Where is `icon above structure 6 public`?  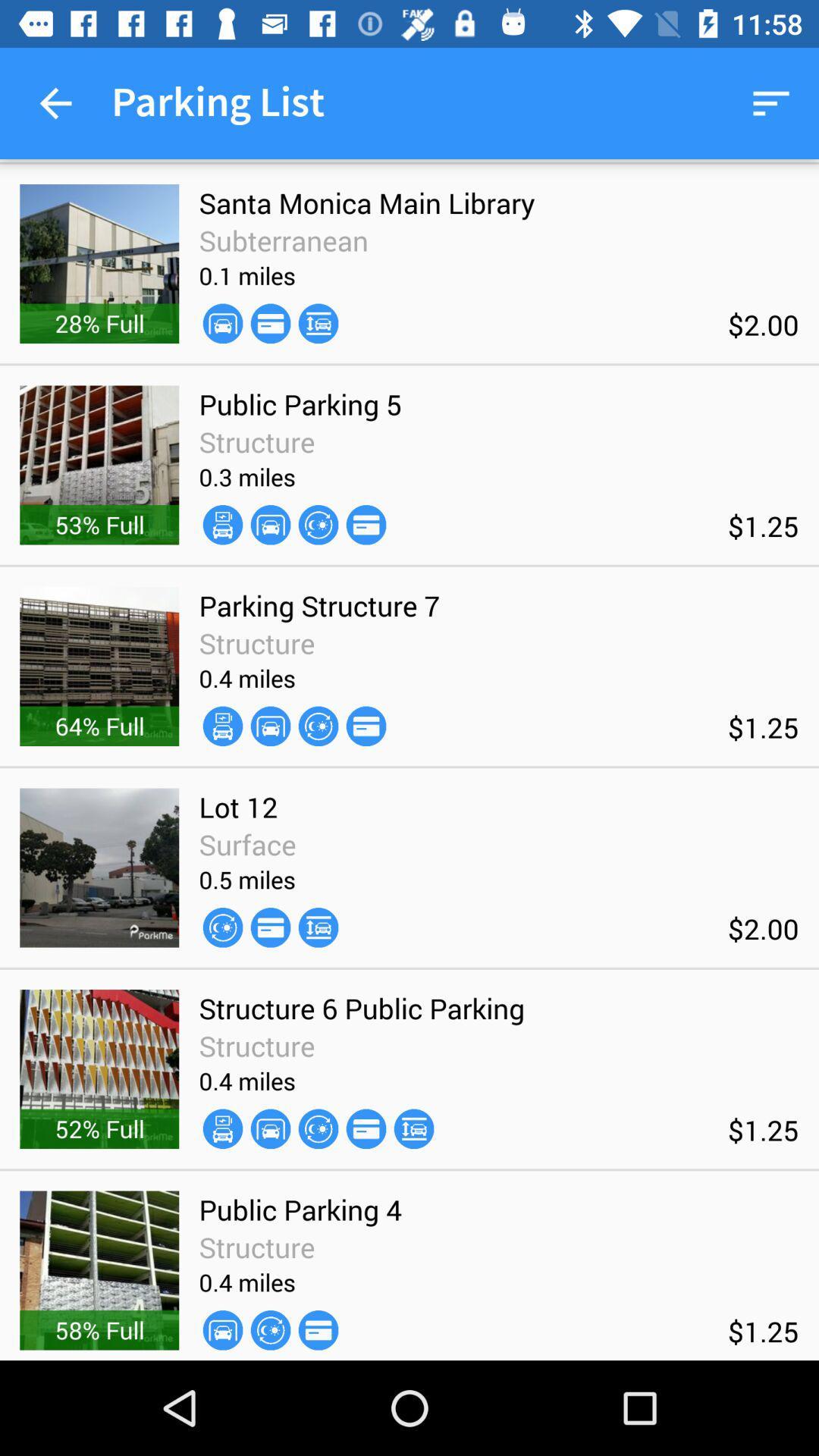
icon above structure 6 public is located at coordinates (318, 927).